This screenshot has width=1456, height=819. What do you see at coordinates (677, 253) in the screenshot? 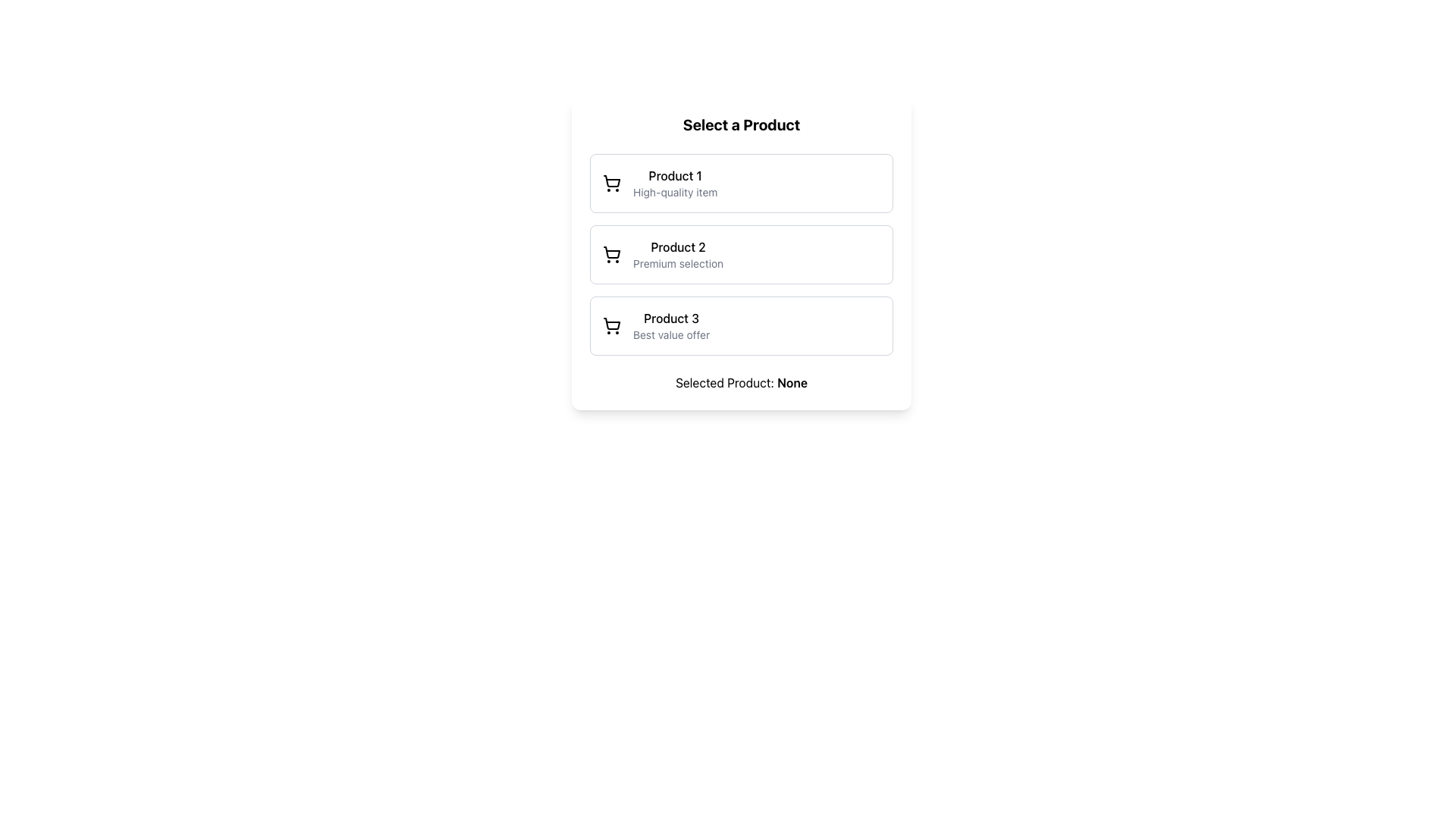
I see `the label component that displays 'Product 2' in bold as the title and 'Premium selection' as the subtitle, located in the second card of a list of three cards` at bounding box center [677, 253].